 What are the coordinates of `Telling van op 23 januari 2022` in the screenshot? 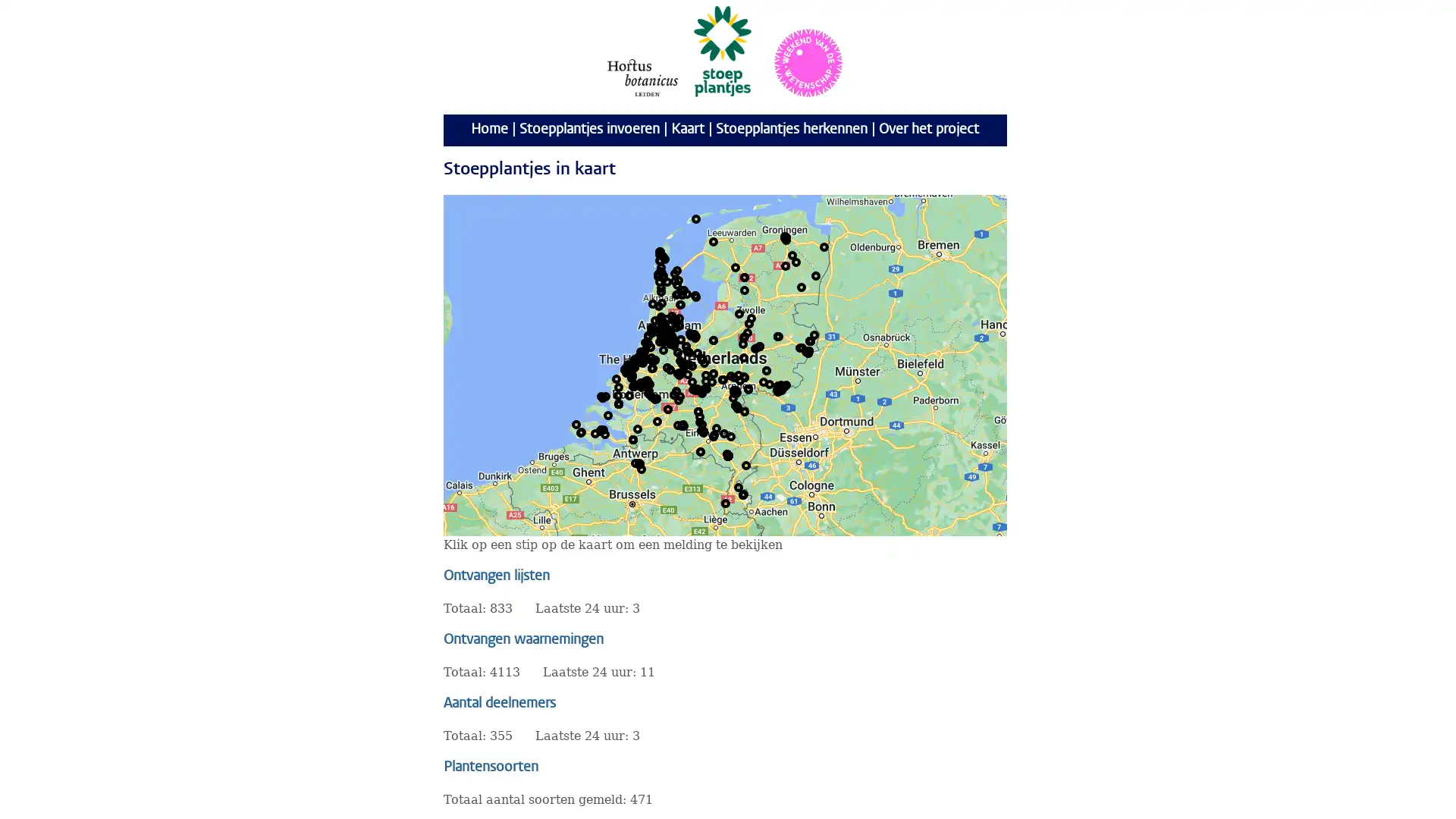 It's located at (694, 388).